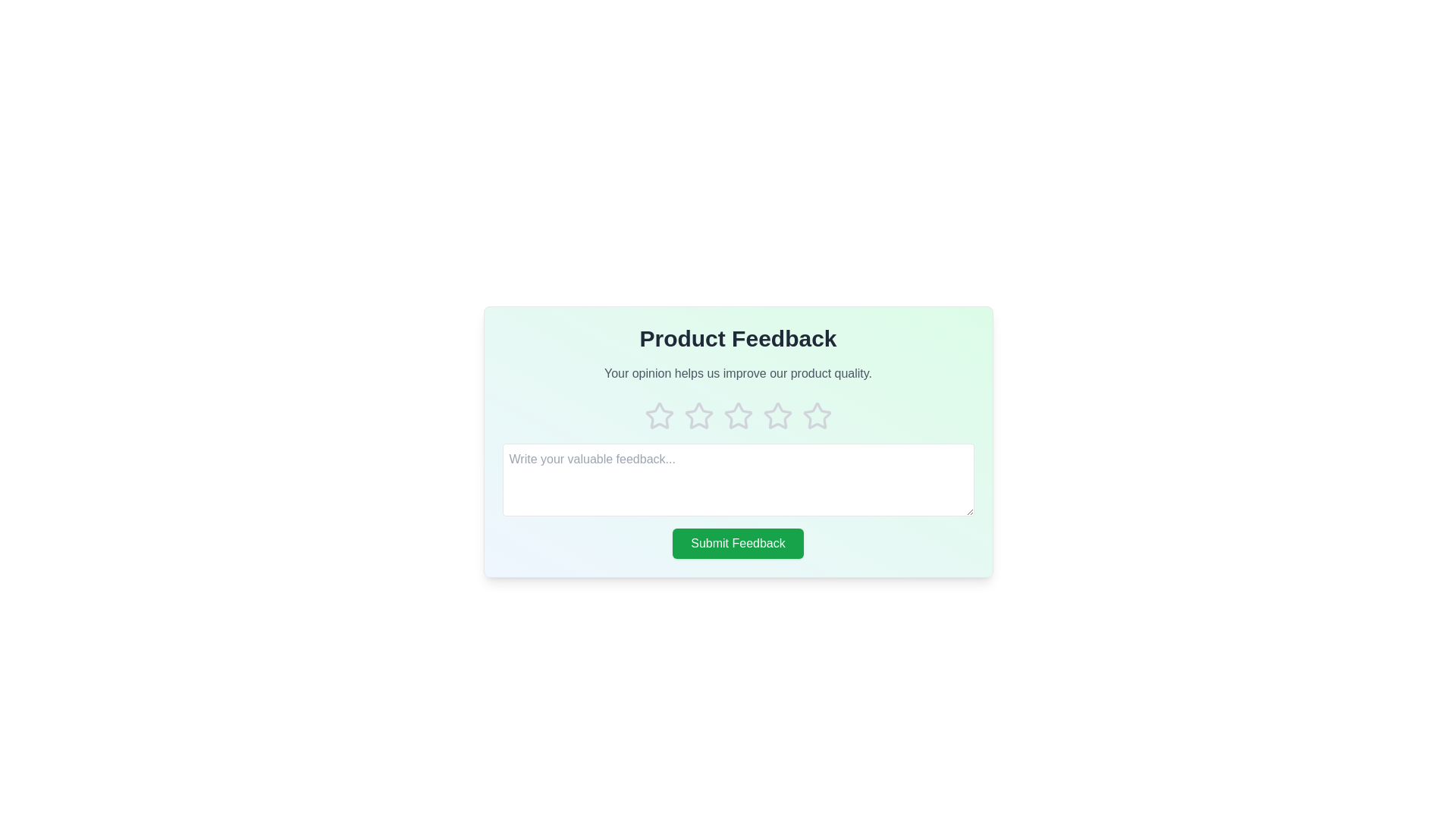 This screenshot has height=819, width=1456. What do you see at coordinates (738, 374) in the screenshot?
I see `the static text element that encourages users to give feedback, positioned below the 'Product Feedback' title and above the star rating icons` at bounding box center [738, 374].